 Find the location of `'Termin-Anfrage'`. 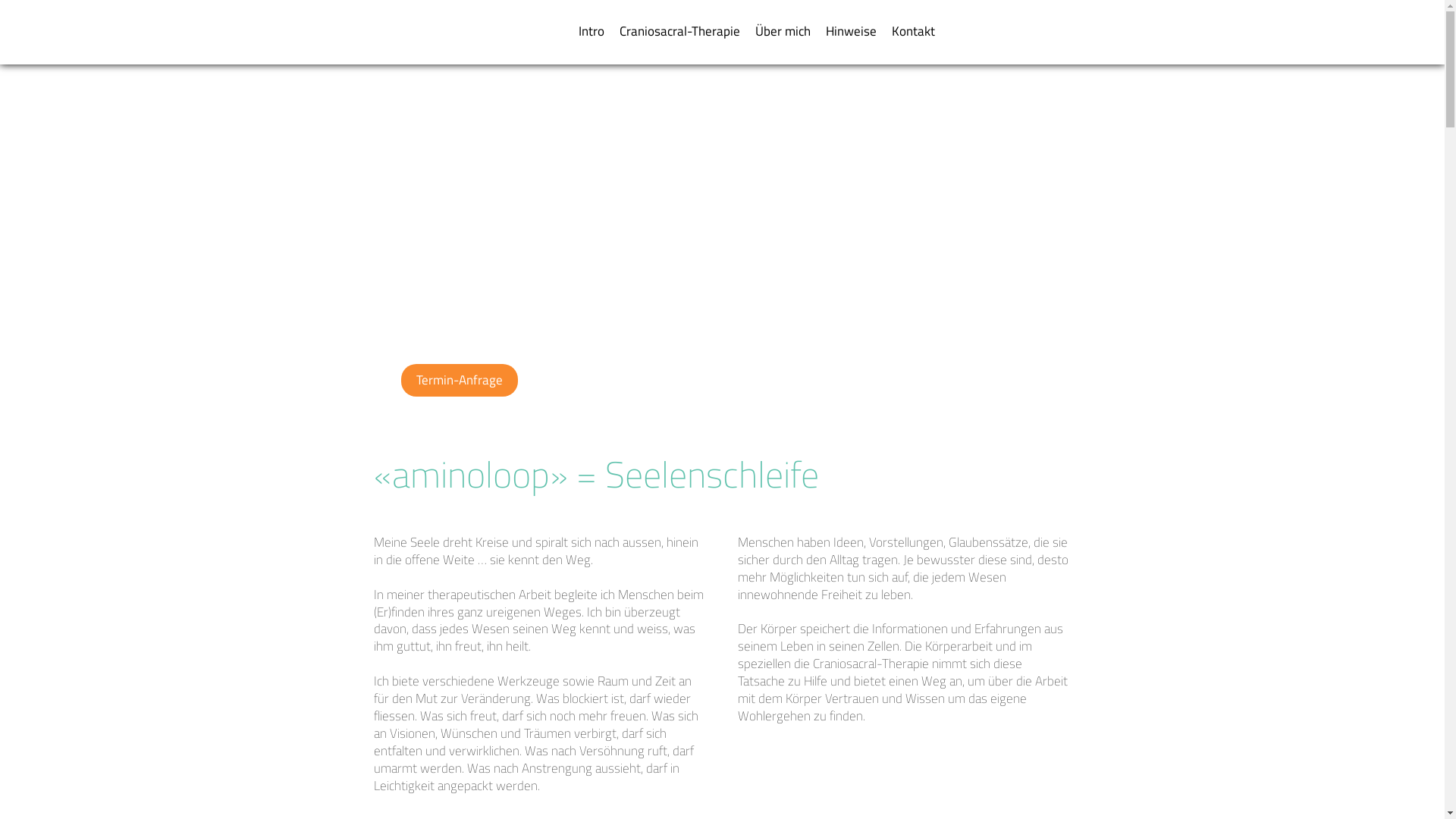

'Termin-Anfrage' is located at coordinates (457, 379).